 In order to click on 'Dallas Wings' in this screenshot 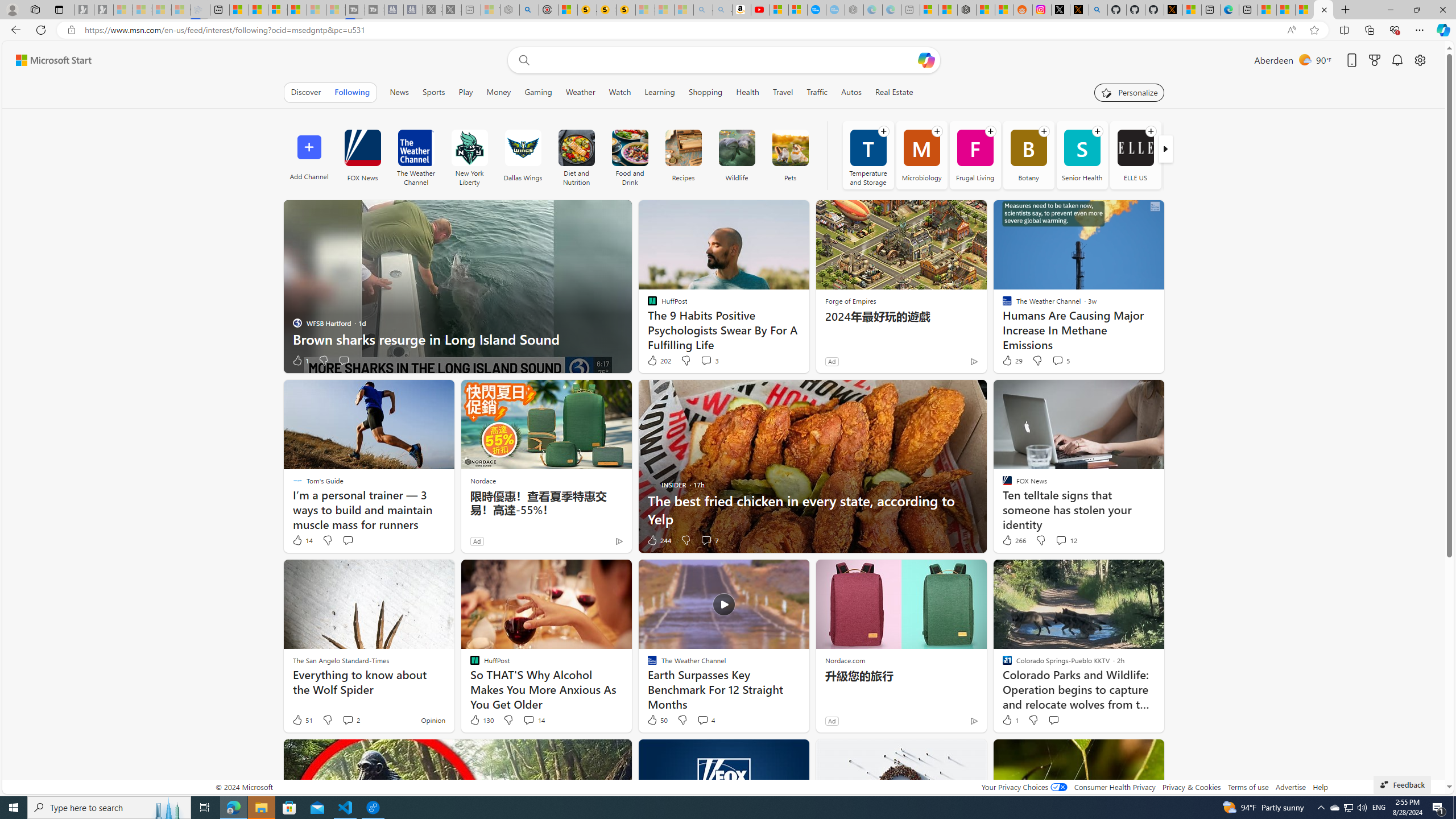, I will do `click(522, 147)`.